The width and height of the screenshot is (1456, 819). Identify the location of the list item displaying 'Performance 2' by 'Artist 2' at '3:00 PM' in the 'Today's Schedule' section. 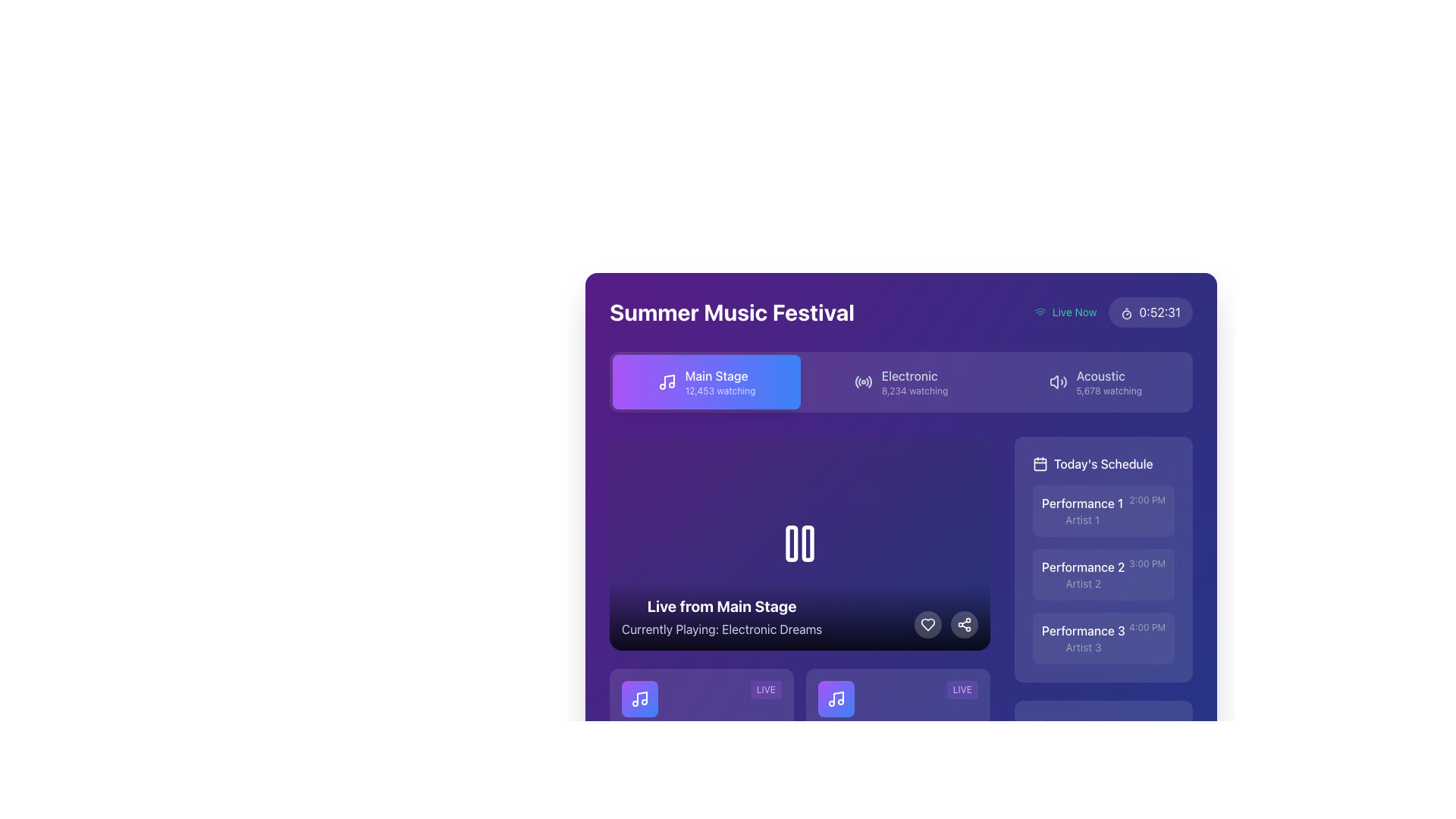
(1103, 575).